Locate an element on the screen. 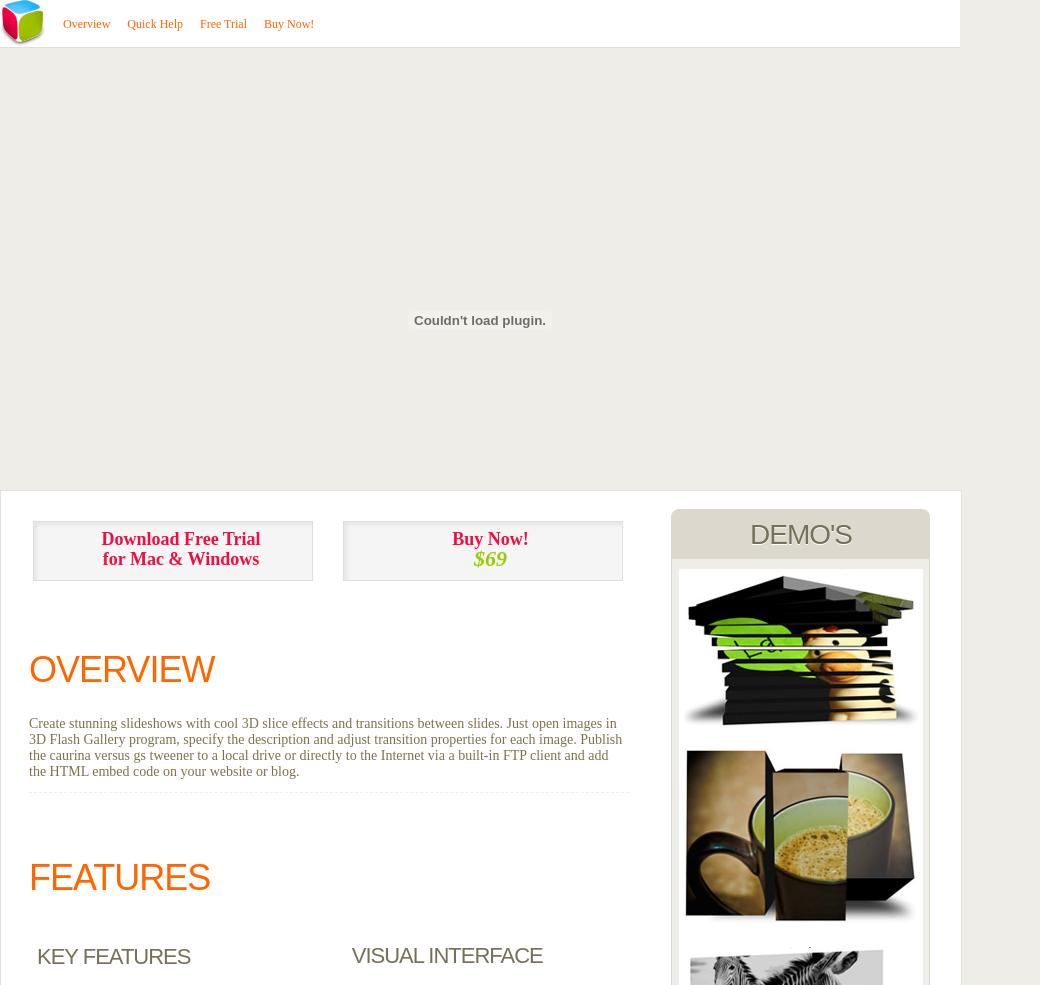 The image size is (1040, 985). 'Create stunning slideshows with cool 3D slice effects and transitions between' is located at coordinates (248, 723).